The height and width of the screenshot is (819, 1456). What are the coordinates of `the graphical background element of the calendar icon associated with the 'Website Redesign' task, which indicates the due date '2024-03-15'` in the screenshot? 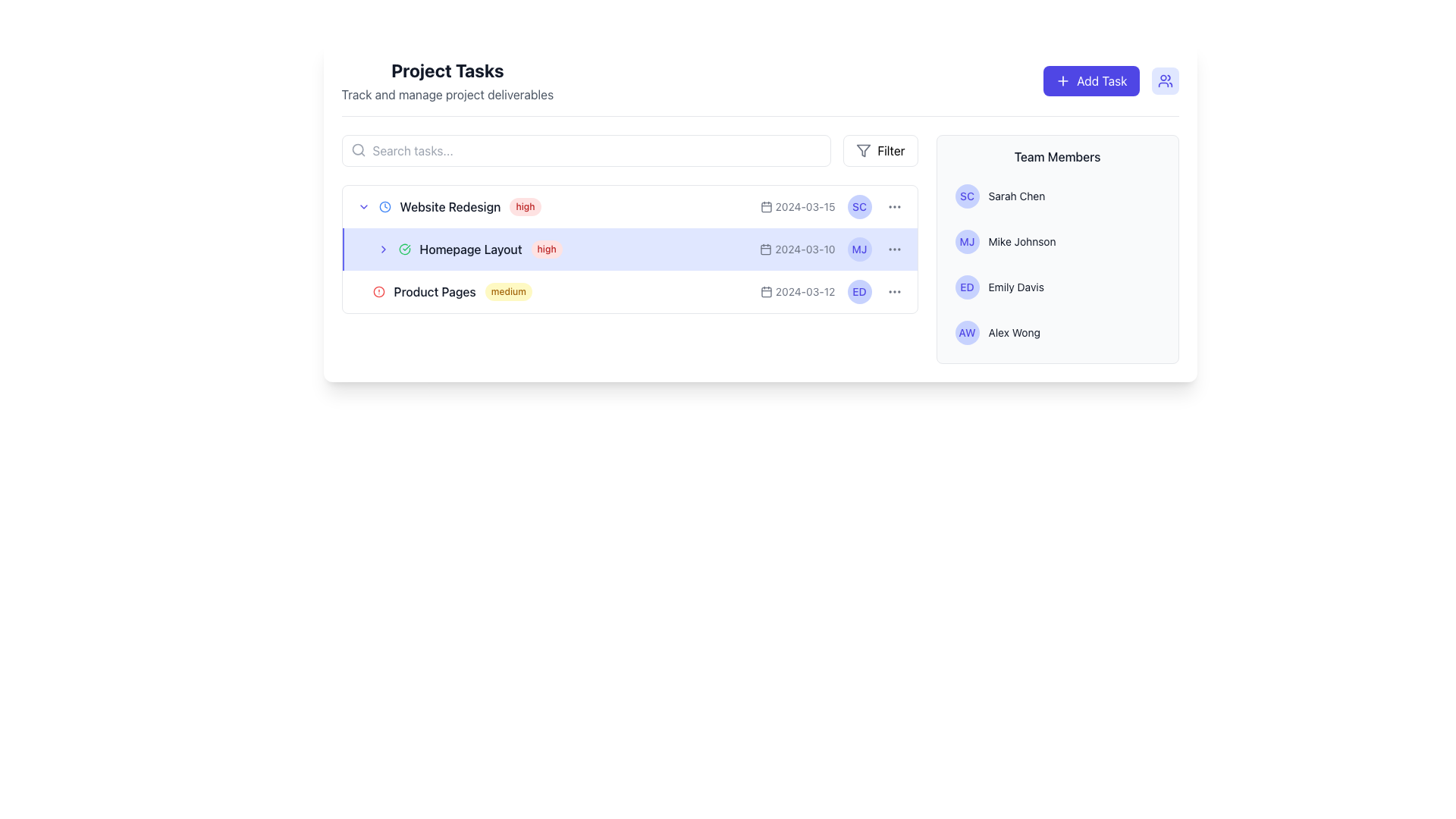 It's located at (766, 207).